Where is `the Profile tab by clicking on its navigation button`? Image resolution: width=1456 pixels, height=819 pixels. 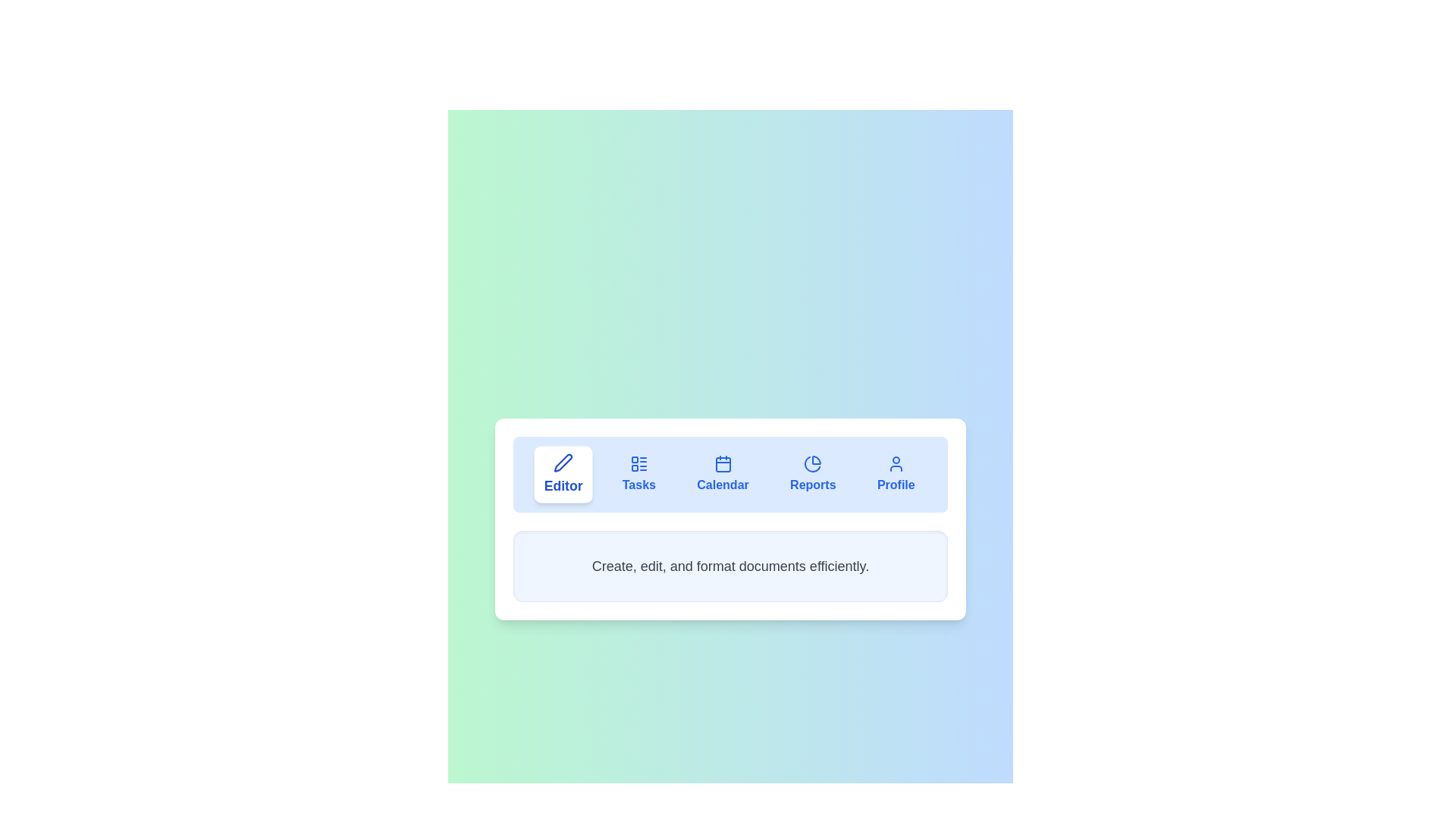
the Profile tab by clicking on its navigation button is located at coordinates (895, 473).